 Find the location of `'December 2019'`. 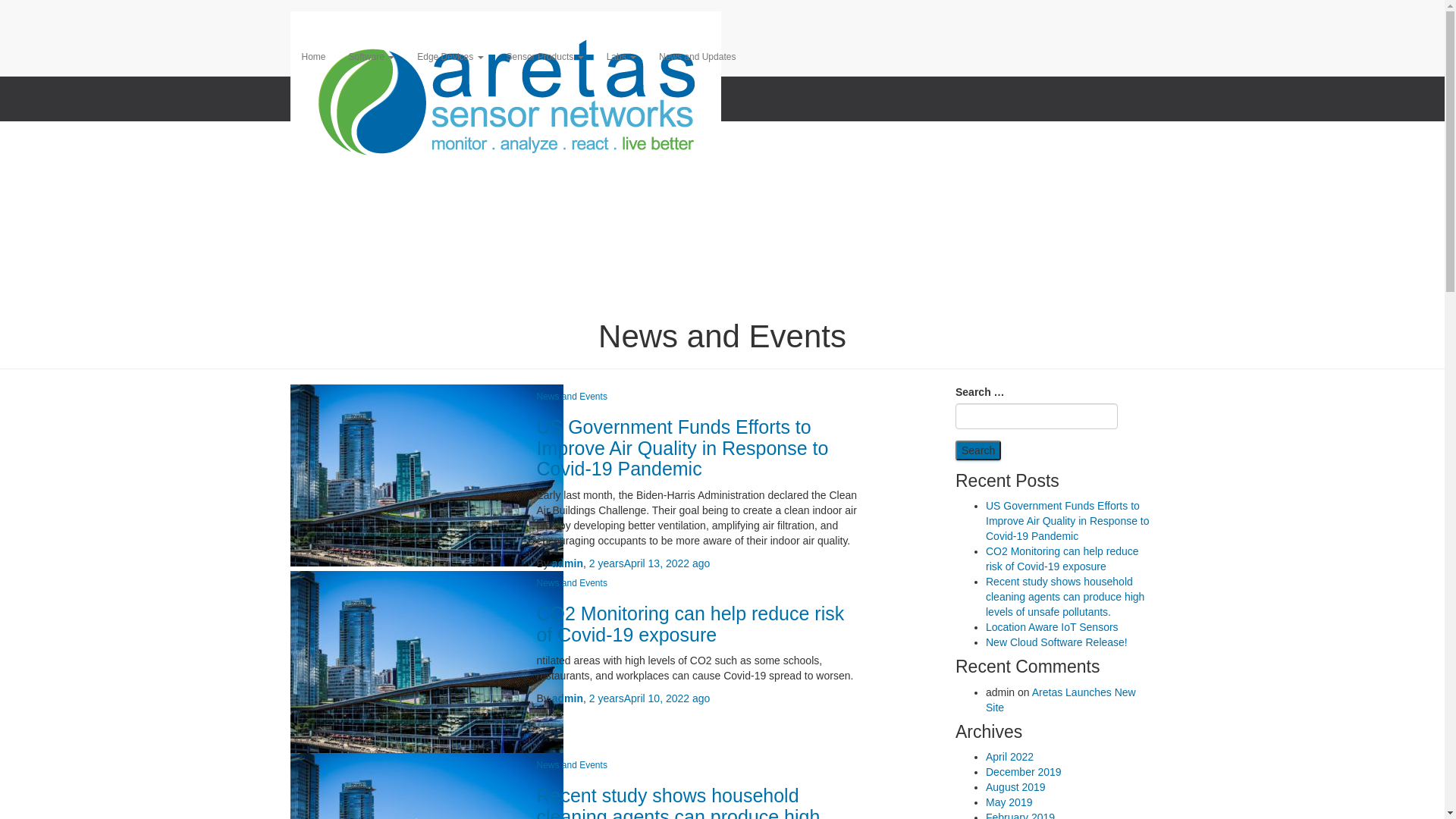

'December 2019' is located at coordinates (1023, 772).